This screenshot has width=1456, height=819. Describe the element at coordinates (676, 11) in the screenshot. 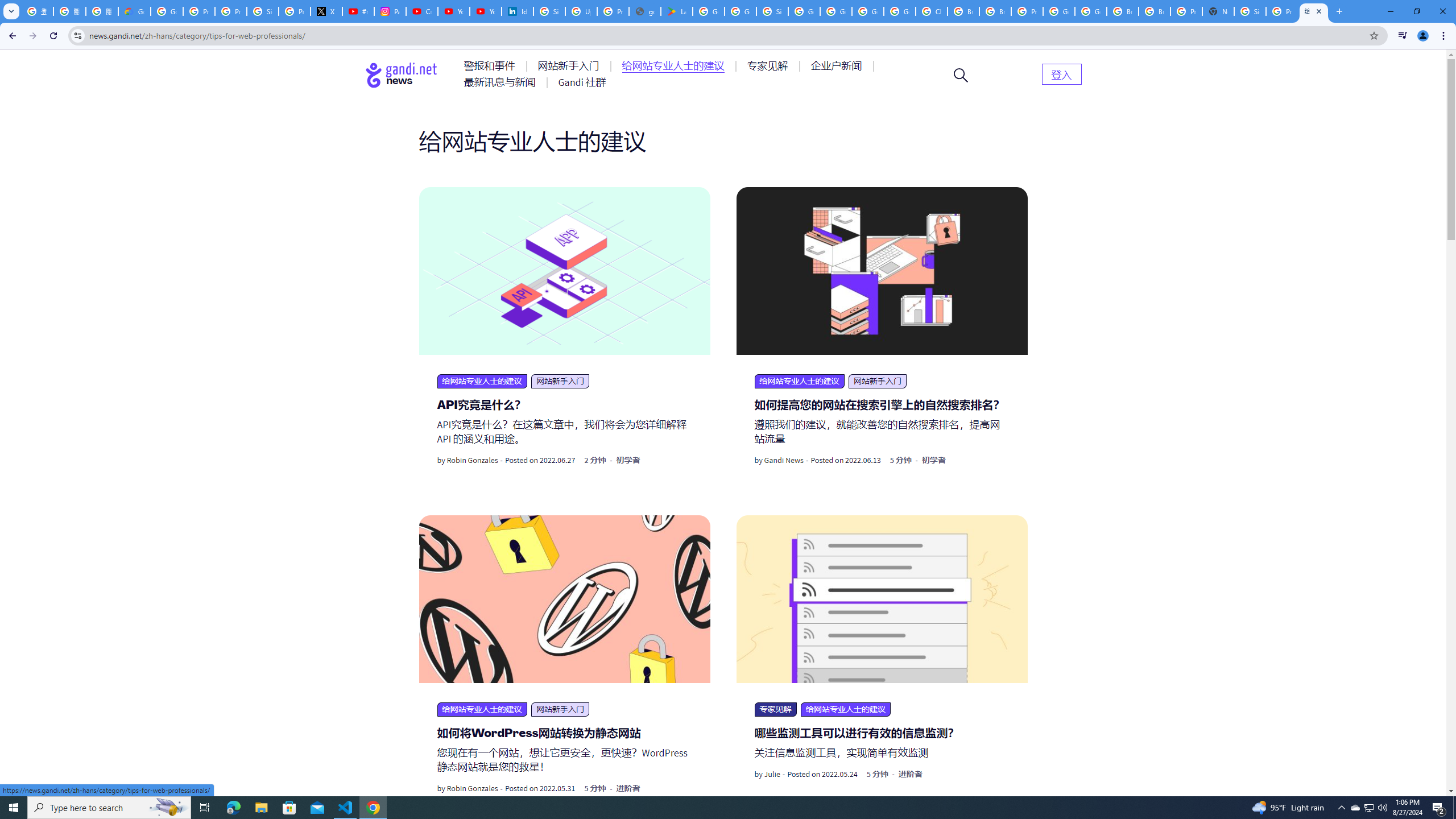

I see `'Last Shelter: Survival - Apps on Google Play'` at that location.